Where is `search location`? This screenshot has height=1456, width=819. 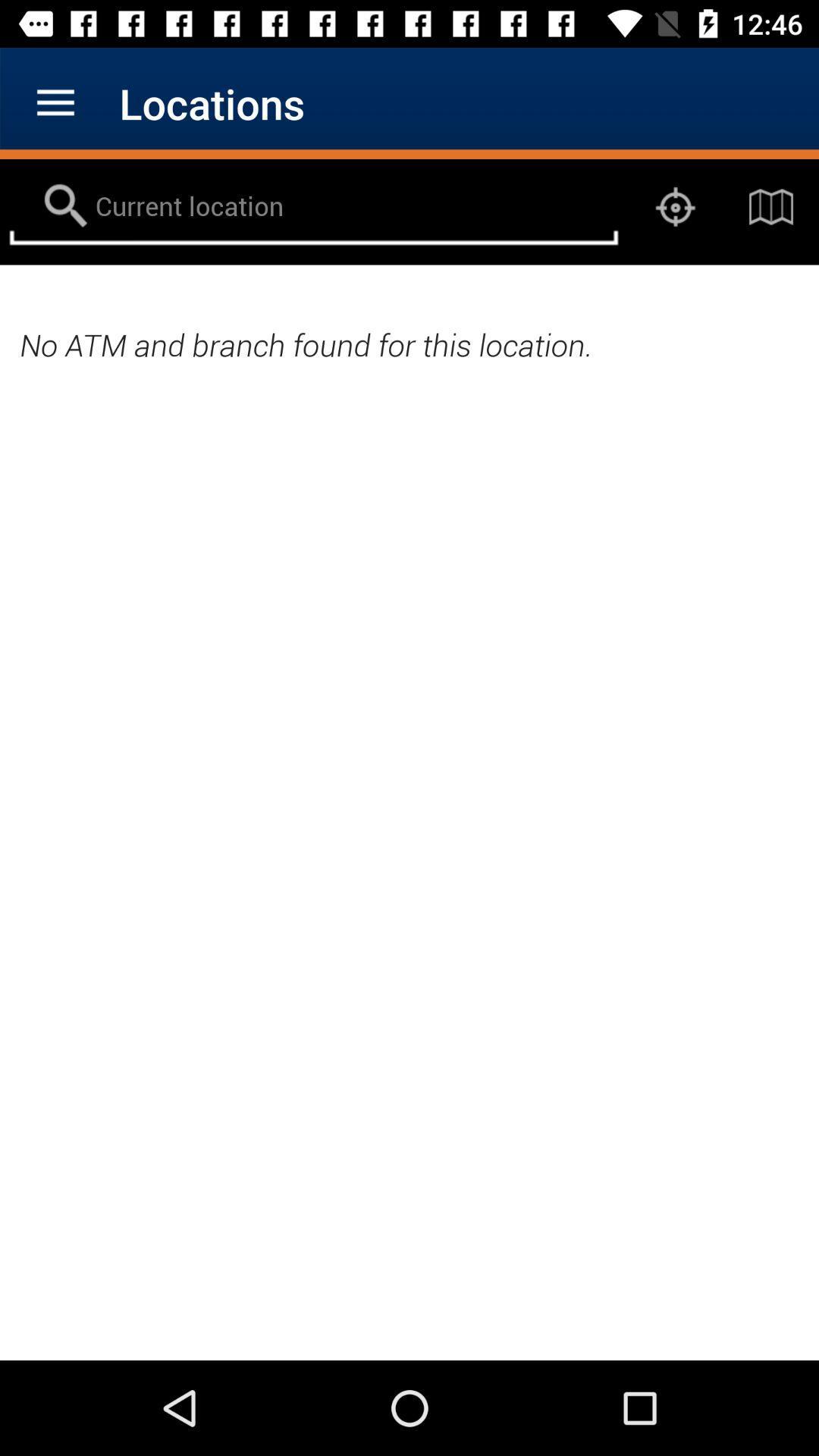
search location is located at coordinates (312, 206).